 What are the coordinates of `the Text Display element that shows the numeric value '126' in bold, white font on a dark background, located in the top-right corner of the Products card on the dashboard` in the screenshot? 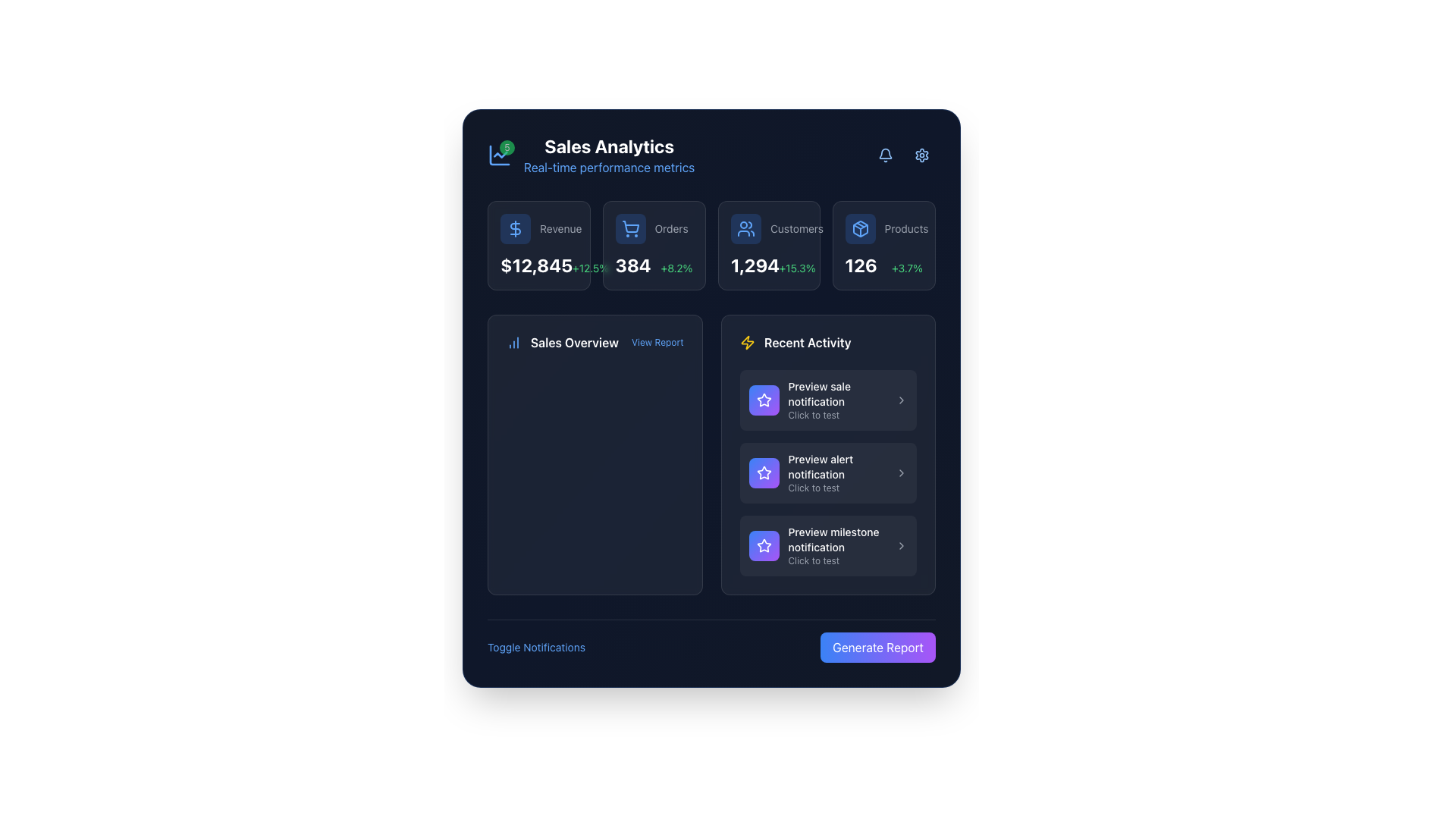 It's located at (861, 265).